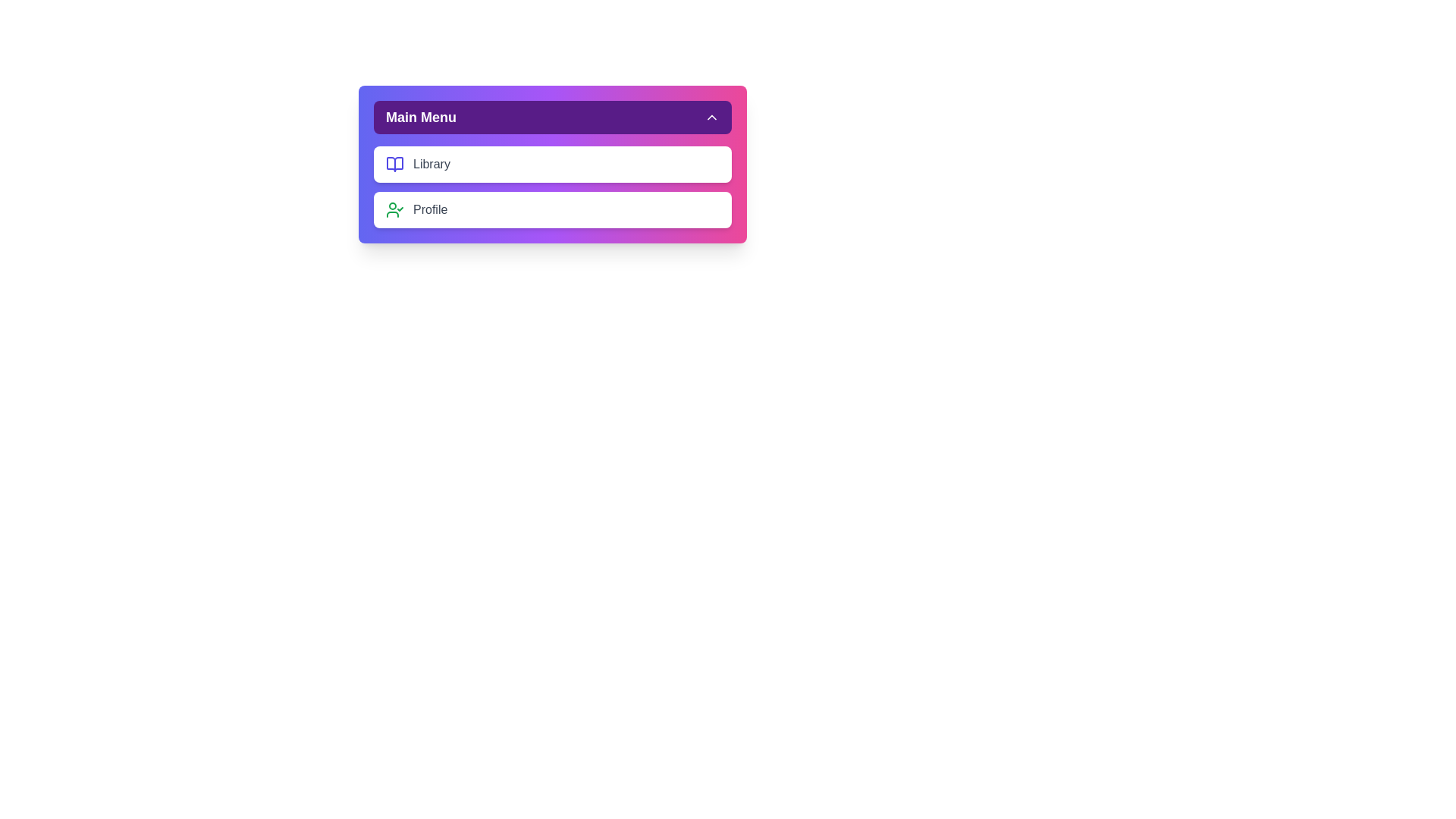 This screenshot has width=1456, height=819. I want to click on the 'Profile' text label, which is styled with medium-sized bold text in dark gray, located inside the second item of a vertical menu list, positioned to the right of a green user profile icon, so click(429, 210).